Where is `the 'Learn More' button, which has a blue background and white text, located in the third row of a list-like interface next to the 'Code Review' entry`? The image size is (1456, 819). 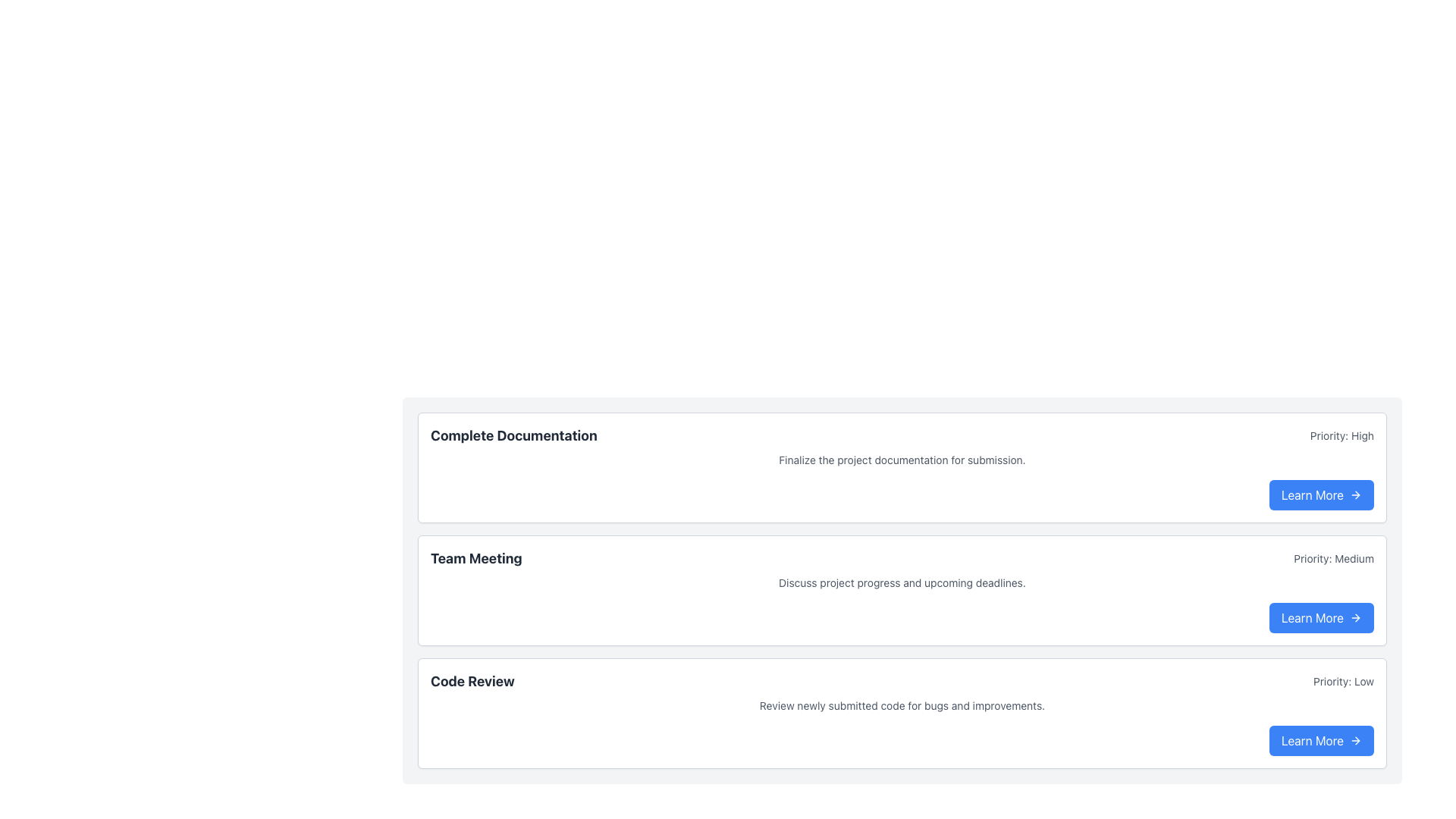 the 'Learn More' button, which has a blue background and white text, located in the third row of a list-like interface next to the 'Code Review' entry is located at coordinates (1310, 617).